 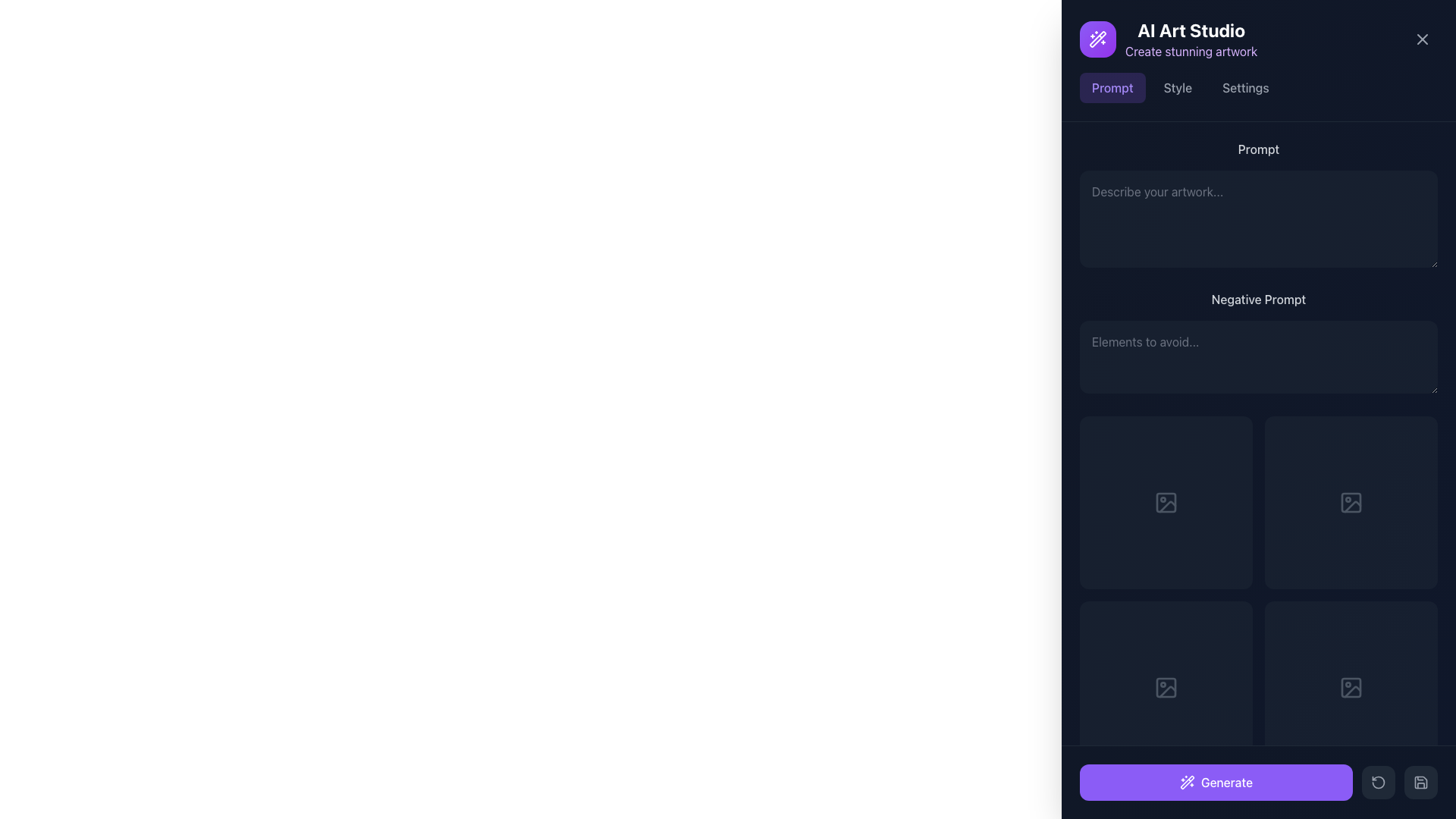 I want to click on the Placeholder button located in the top-left quadrant of the grid layout, which allows users to interact with it for selecting or uploading an image, so click(x=1165, y=503).